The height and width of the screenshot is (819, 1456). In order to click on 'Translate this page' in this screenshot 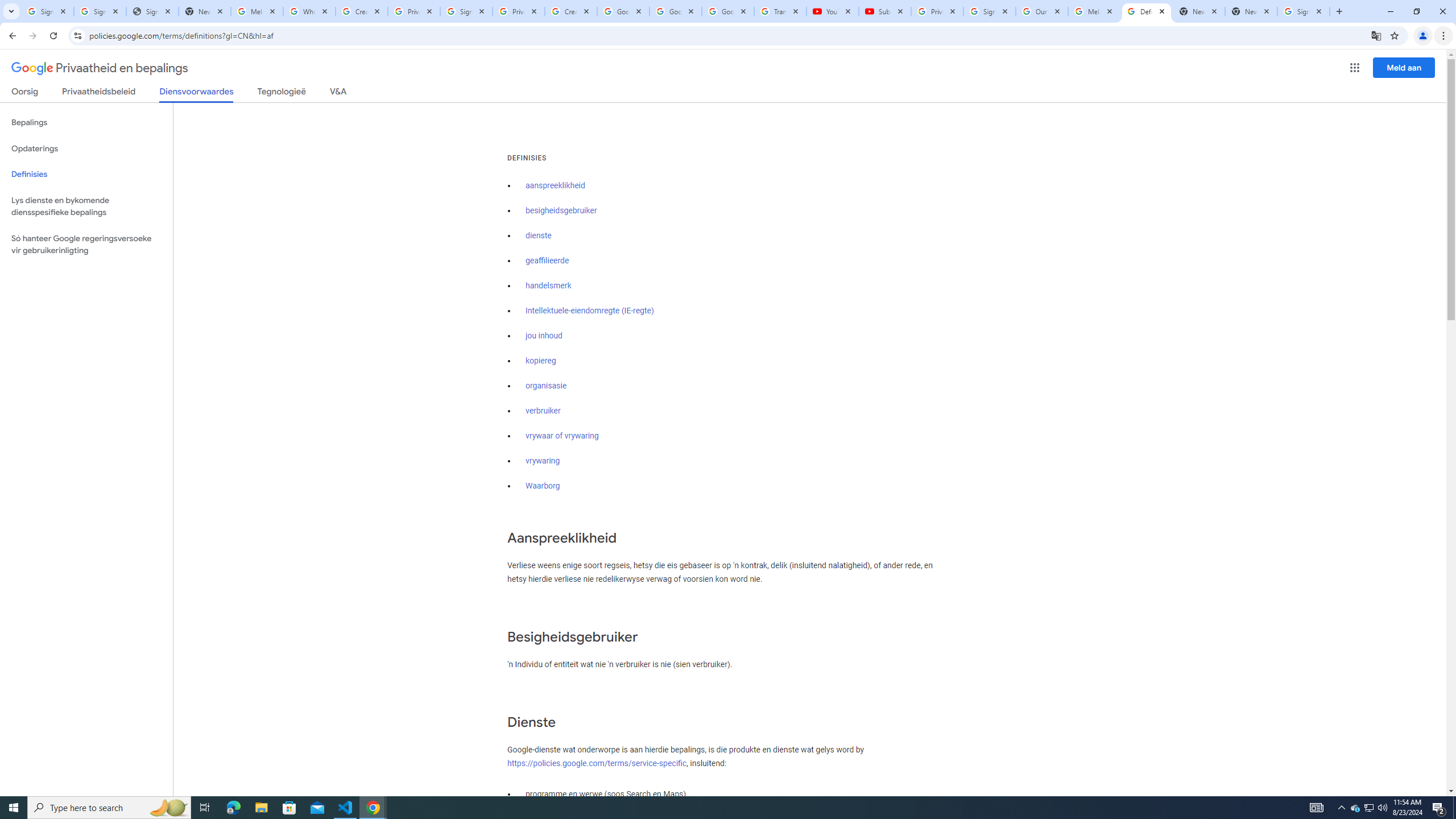, I will do `click(1376, 35)`.